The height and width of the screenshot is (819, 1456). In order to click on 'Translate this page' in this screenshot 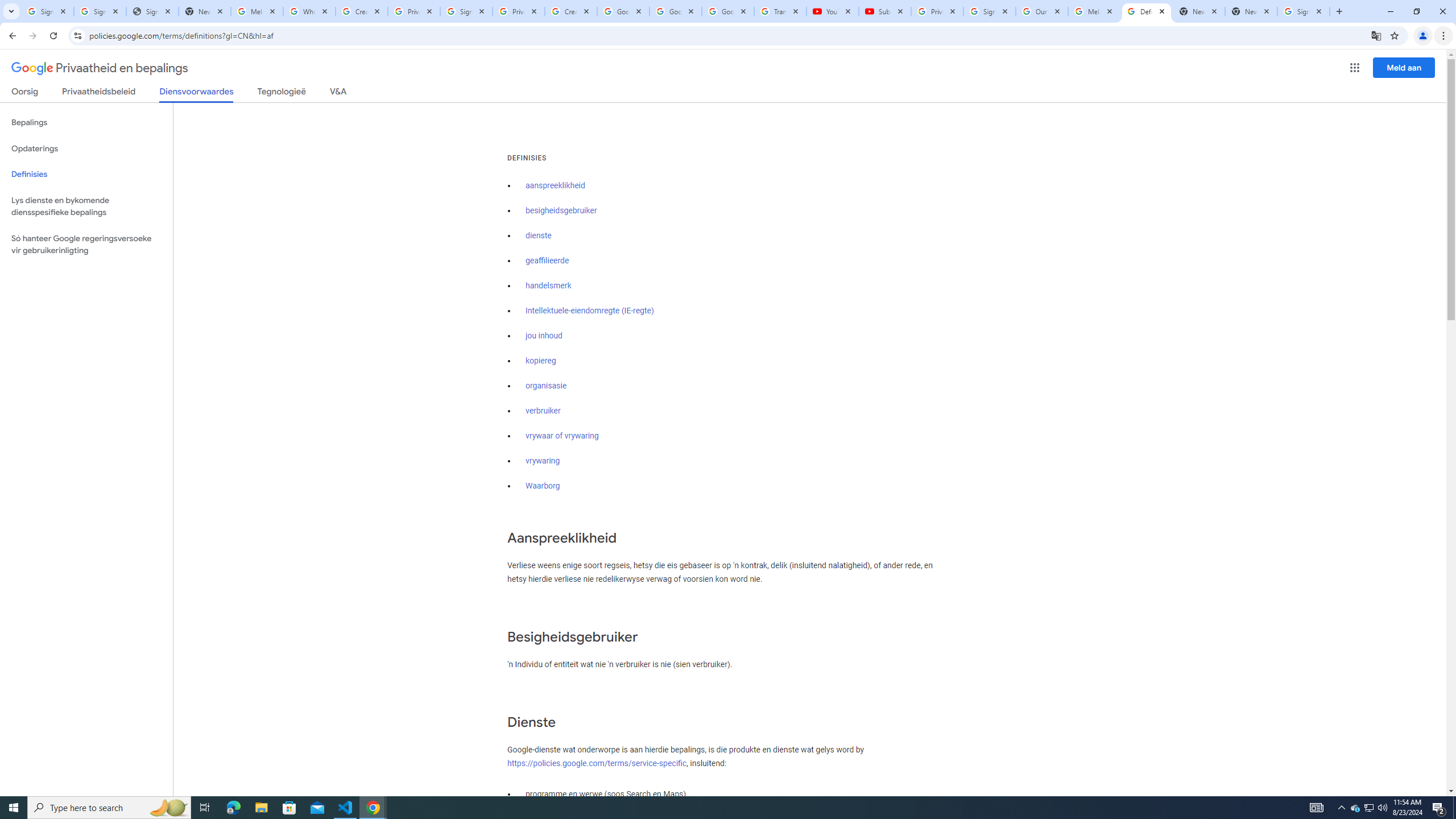, I will do `click(1376, 35)`.